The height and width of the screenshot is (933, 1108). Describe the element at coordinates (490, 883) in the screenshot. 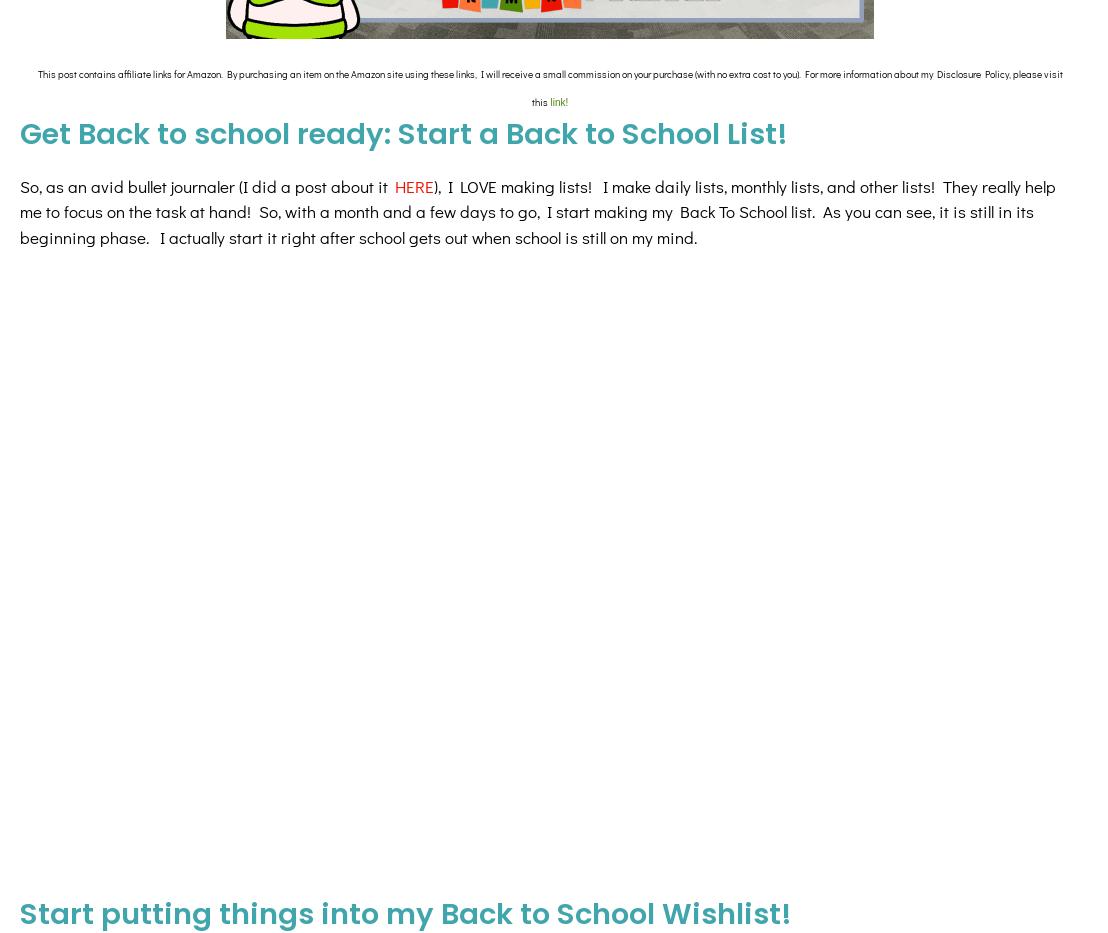

I see `'need'` at that location.